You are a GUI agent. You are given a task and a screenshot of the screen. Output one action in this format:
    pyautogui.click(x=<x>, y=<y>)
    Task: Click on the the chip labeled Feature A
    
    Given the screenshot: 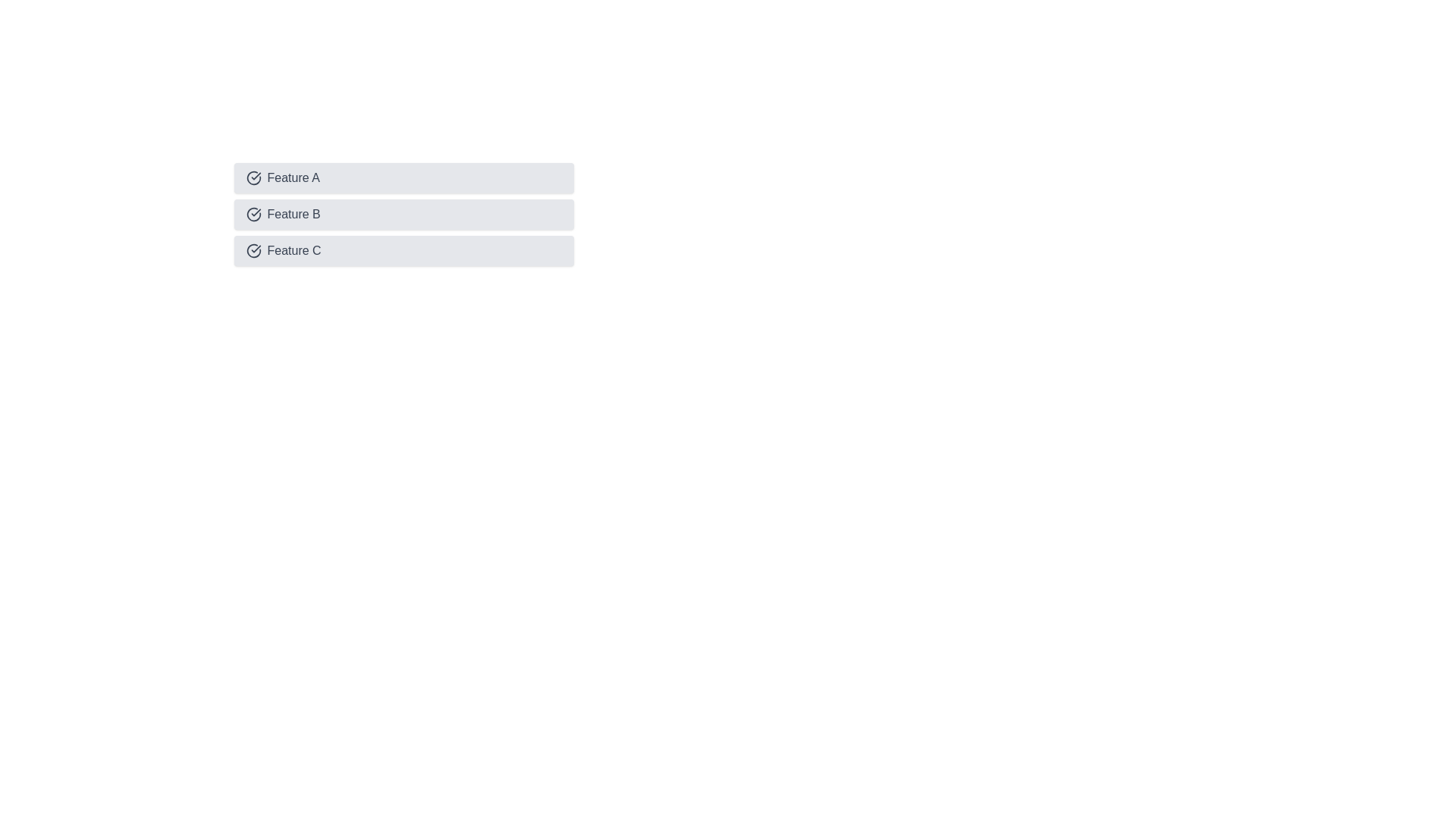 What is the action you would take?
    pyautogui.click(x=403, y=177)
    